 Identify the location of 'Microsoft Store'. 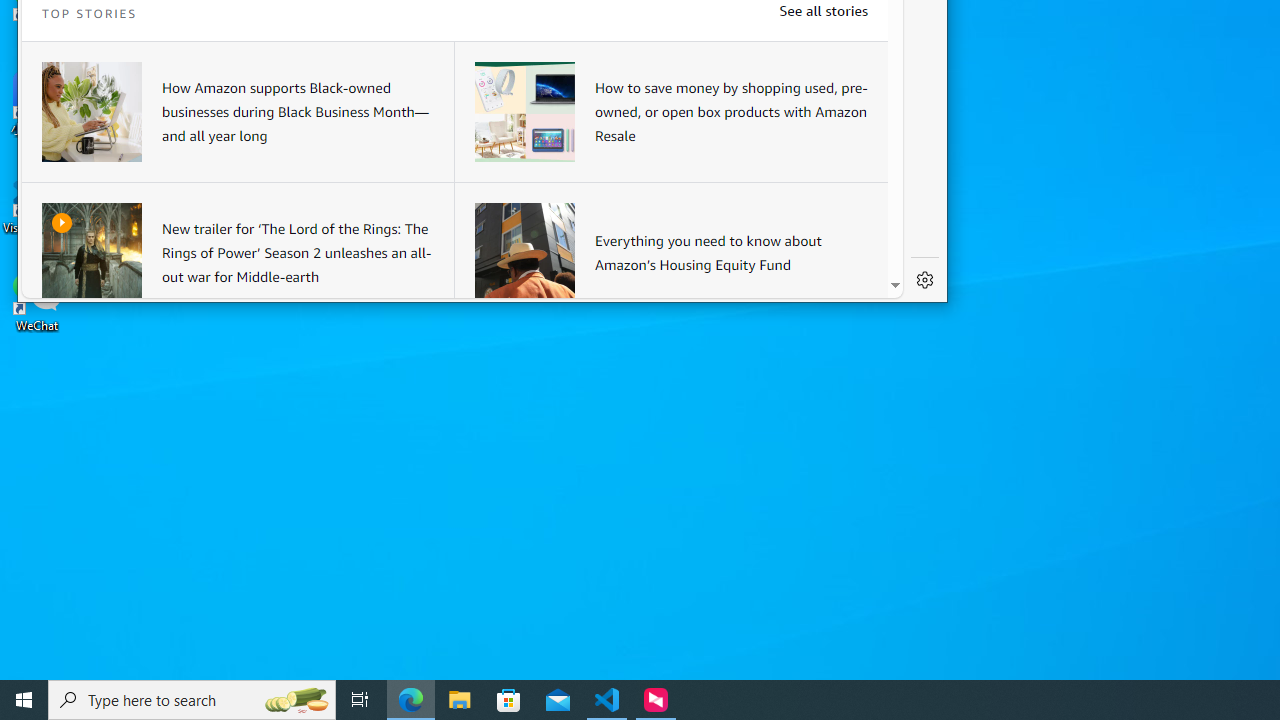
(509, 698).